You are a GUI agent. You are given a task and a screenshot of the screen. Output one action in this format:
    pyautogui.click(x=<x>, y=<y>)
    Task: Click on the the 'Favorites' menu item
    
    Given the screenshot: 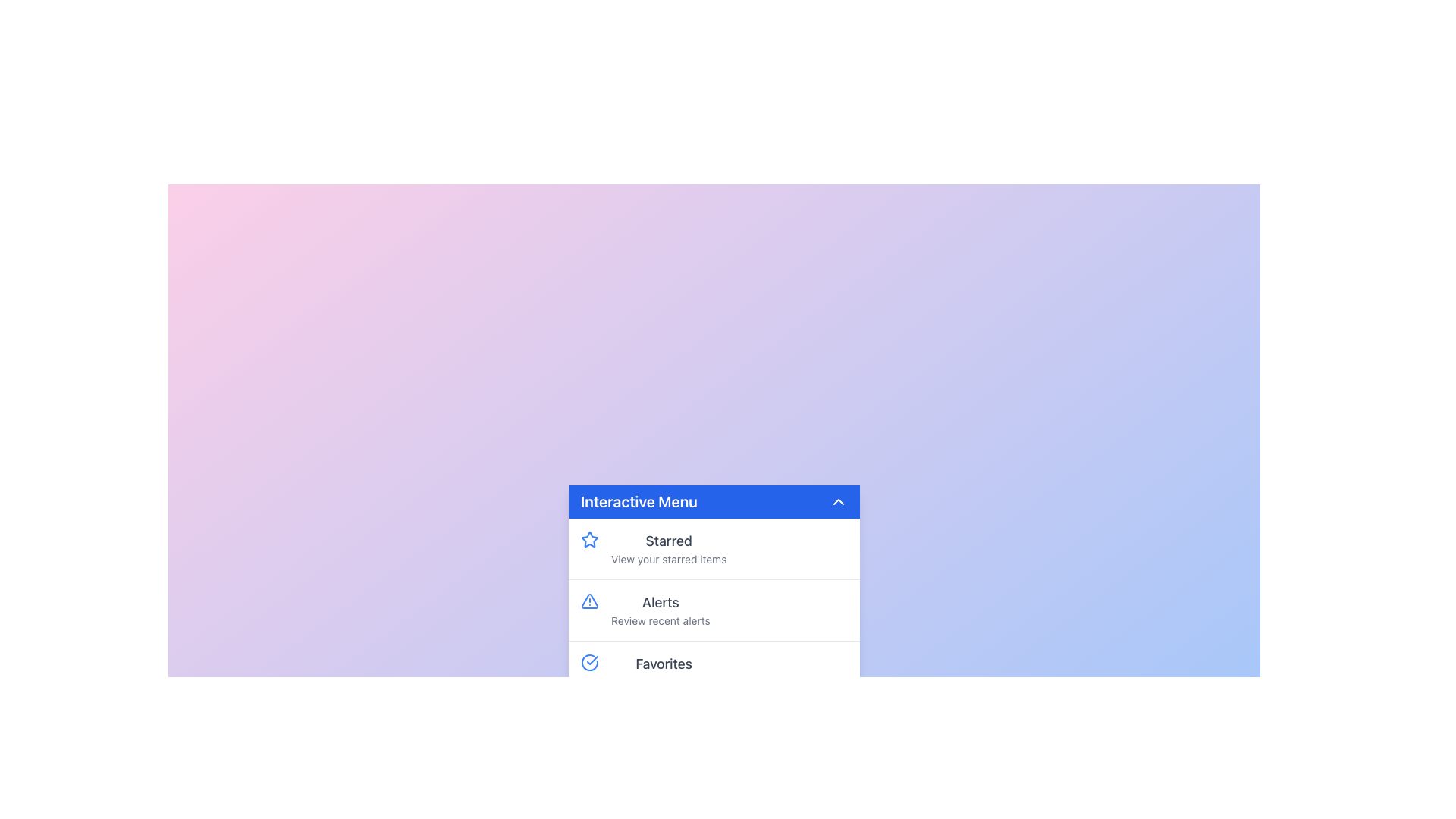 What is the action you would take?
    pyautogui.click(x=663, y=671)
    